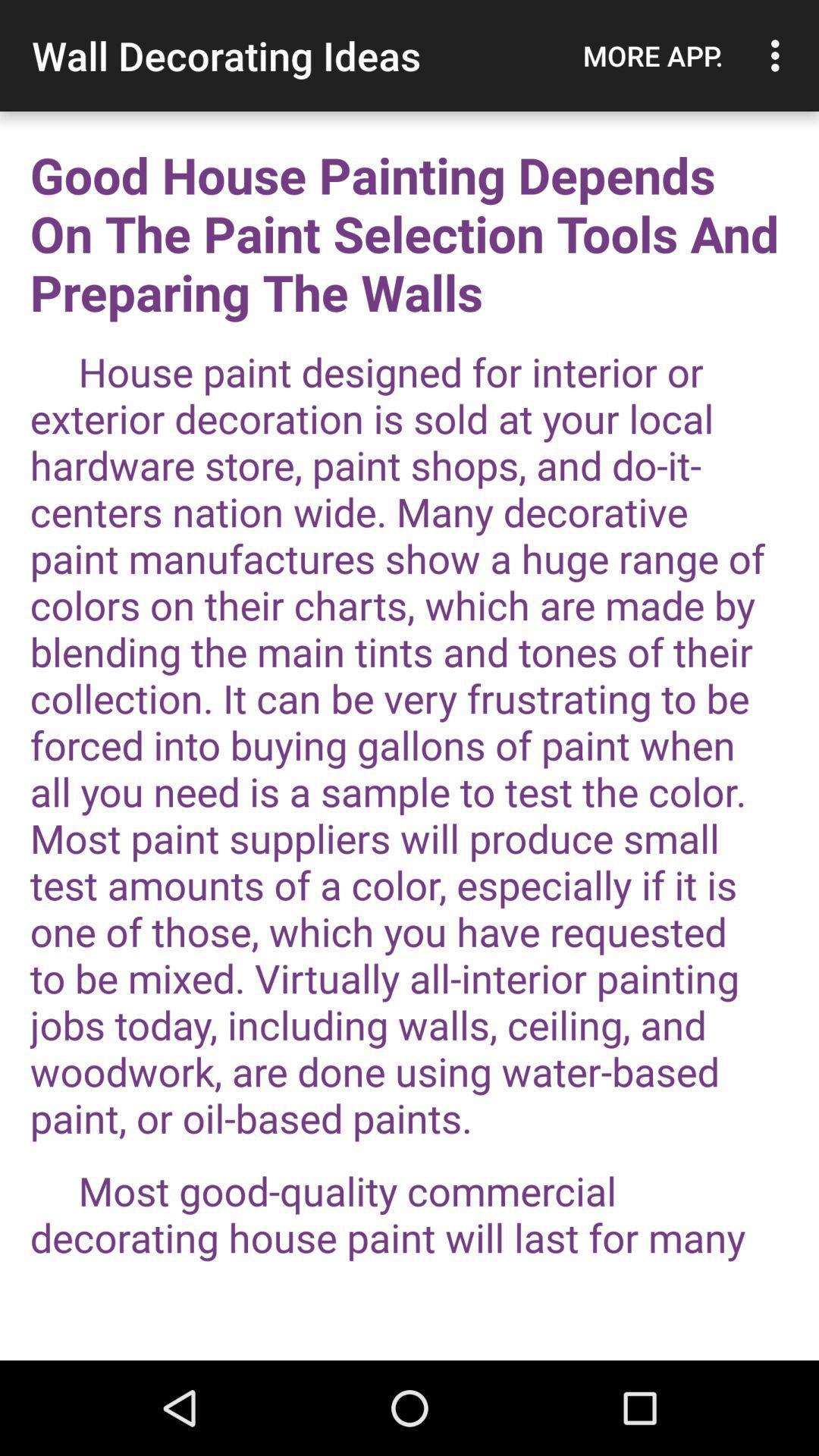  I want to click on the icon next to more app., so click(779, 55).